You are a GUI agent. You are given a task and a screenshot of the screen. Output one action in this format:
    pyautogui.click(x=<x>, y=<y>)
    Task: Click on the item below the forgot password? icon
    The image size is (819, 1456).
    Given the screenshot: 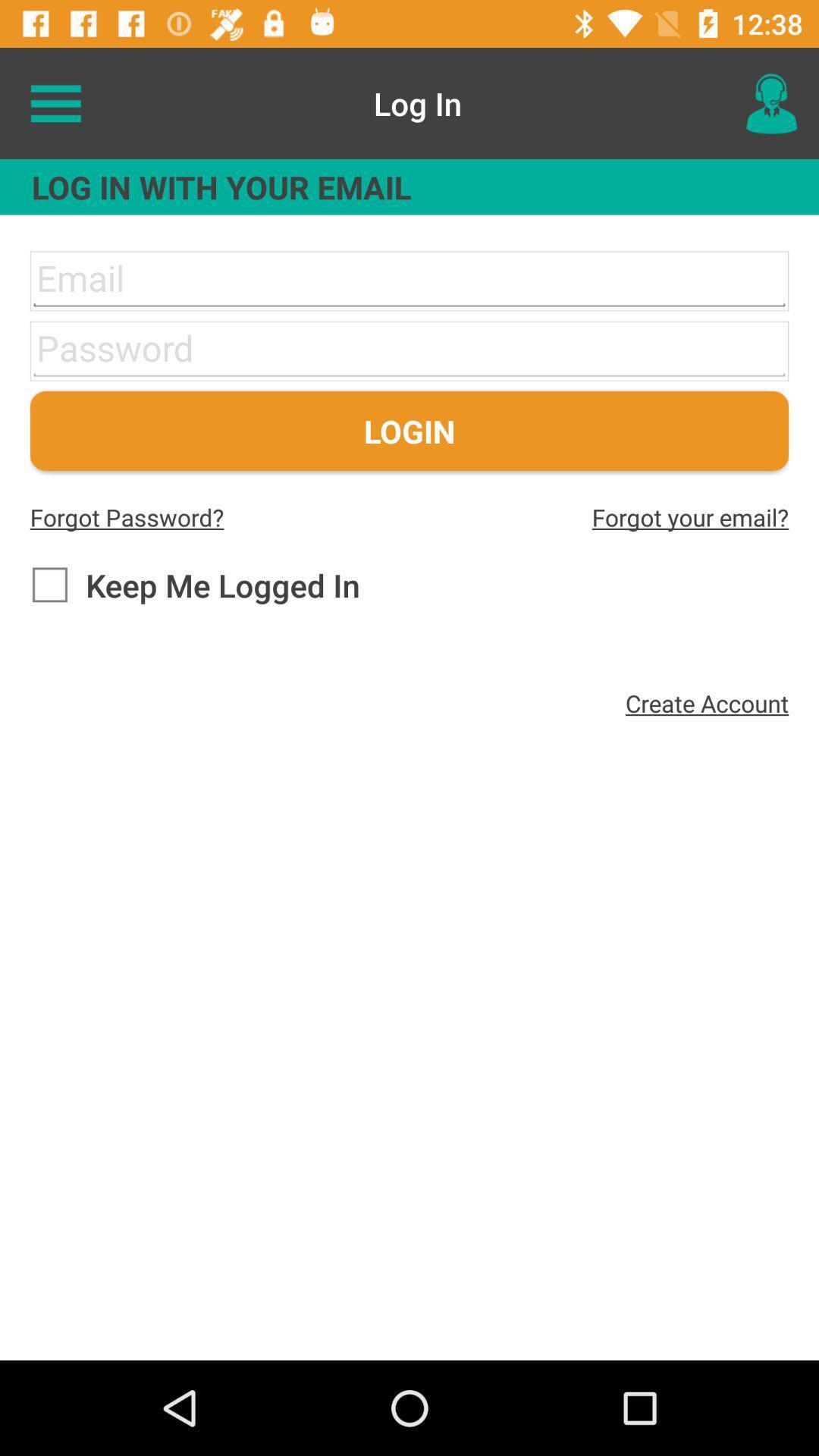 What is the action you would take?
    pyautogui.click(x=194, y=584)
    